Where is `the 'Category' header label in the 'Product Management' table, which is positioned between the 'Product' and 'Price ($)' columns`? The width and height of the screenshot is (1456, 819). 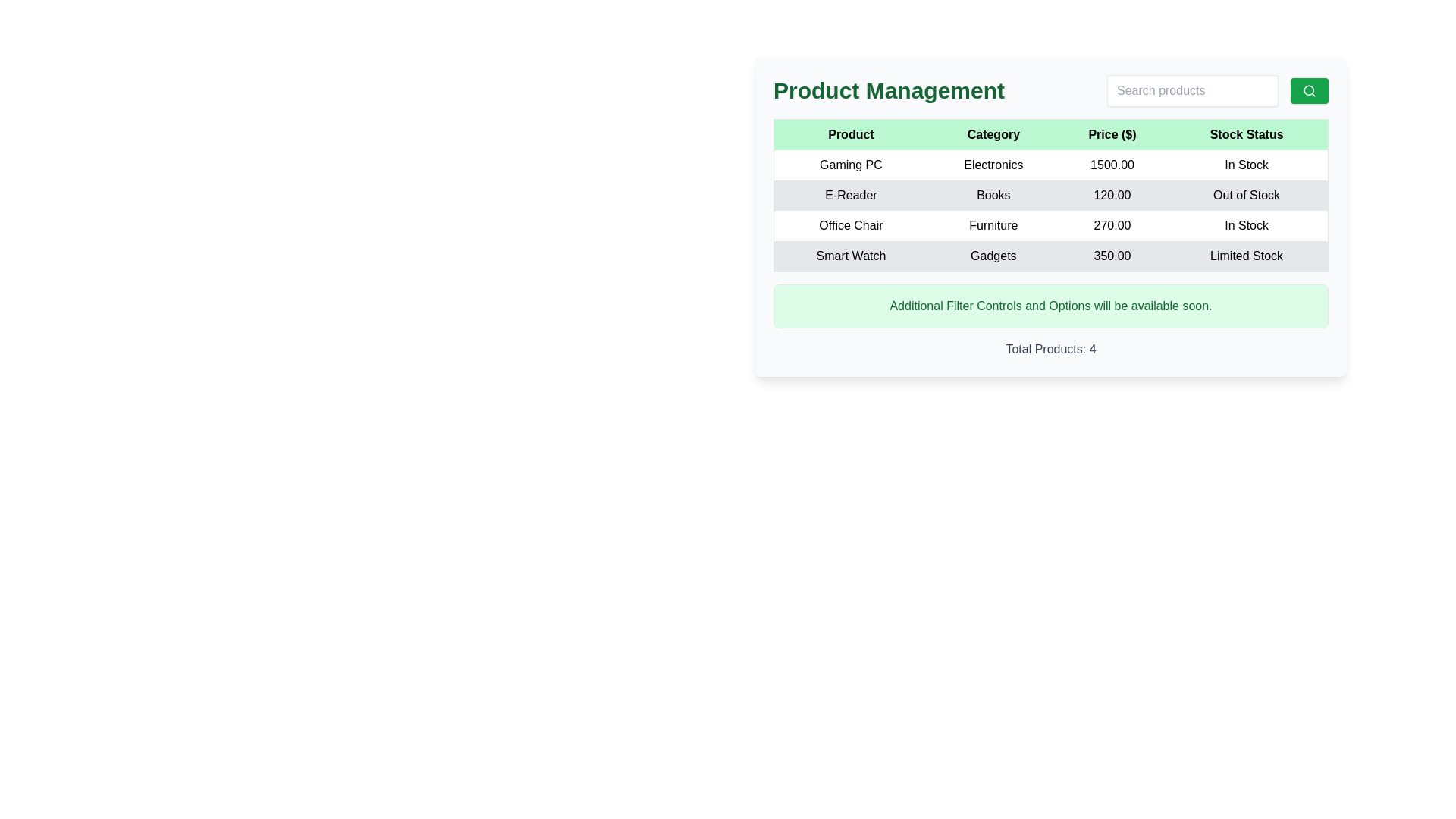 the 'Category' header label in the 'Product Management' table, which is positioned between the 'Product' and 'Price ($)' columns is located at coordinates (993, 133).